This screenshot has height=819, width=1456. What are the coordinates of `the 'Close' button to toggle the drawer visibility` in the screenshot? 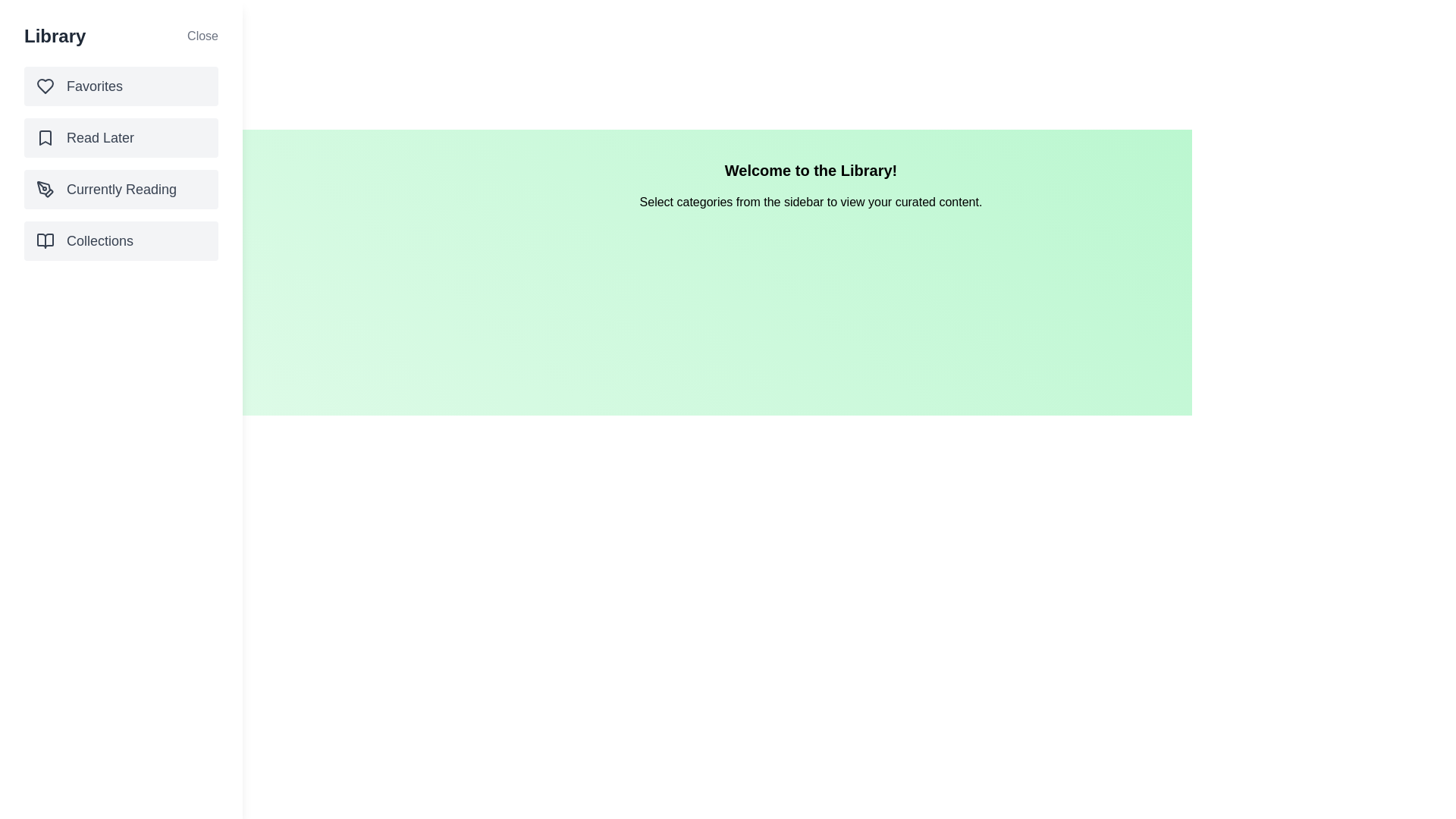 It's located at (202, 35).